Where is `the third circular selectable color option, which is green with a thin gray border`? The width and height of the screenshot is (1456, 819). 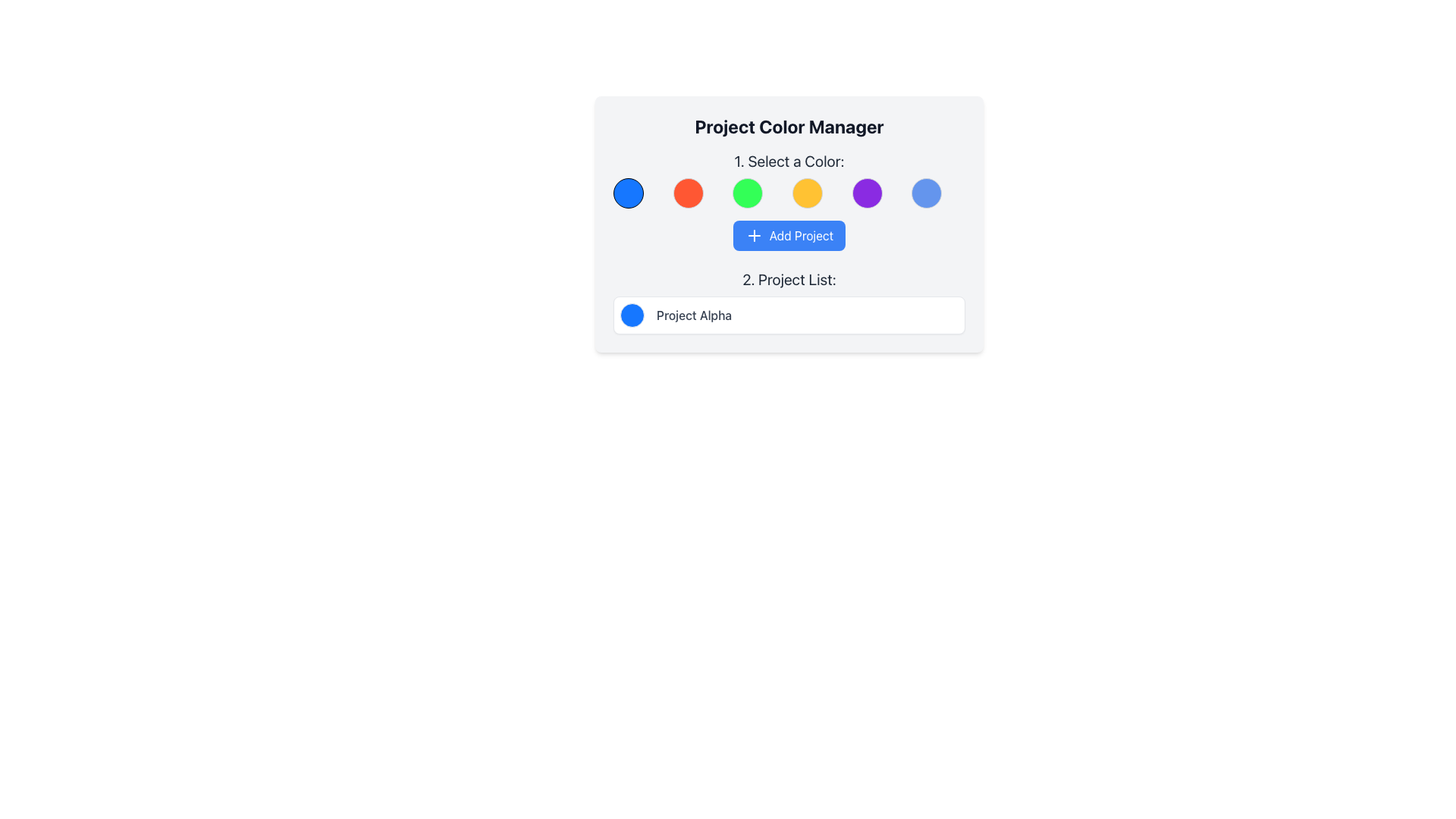
the third circular selectable color option, which is green with a thin gray border is located at coordinates (748, 192).